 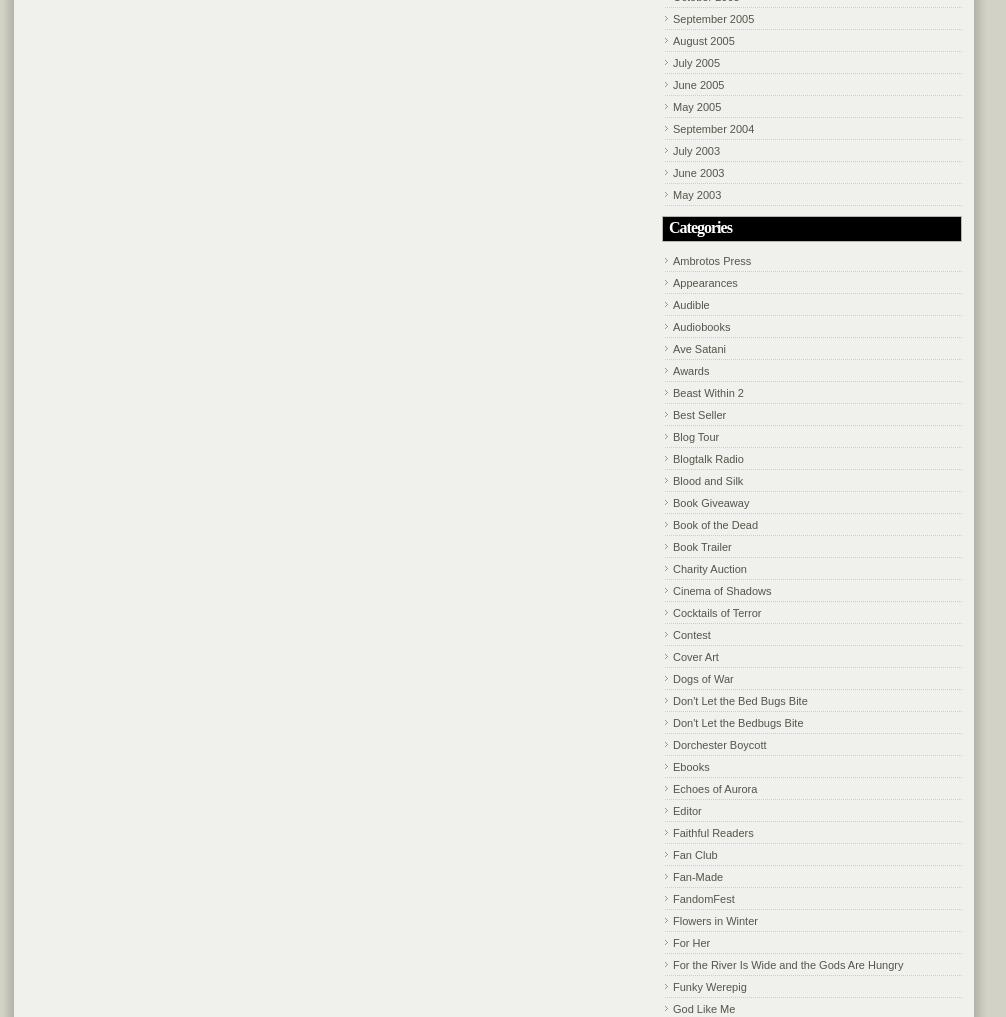 What do you see at coordinates (691, 941) in the screenshot?
I see `'For Her'` at bounding box center [691, 941].